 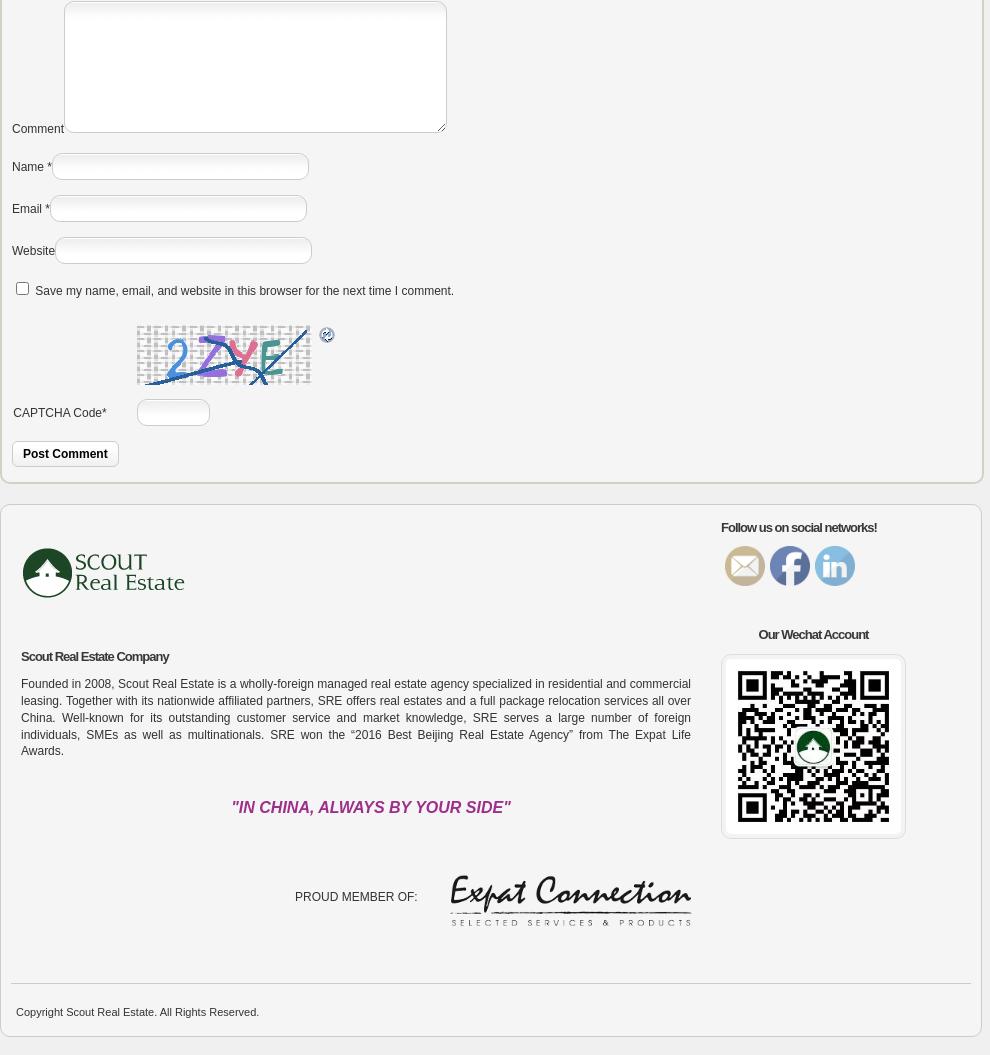 I want to click on 'PROUD MEMBER OF:', so click(x=355, y=895).